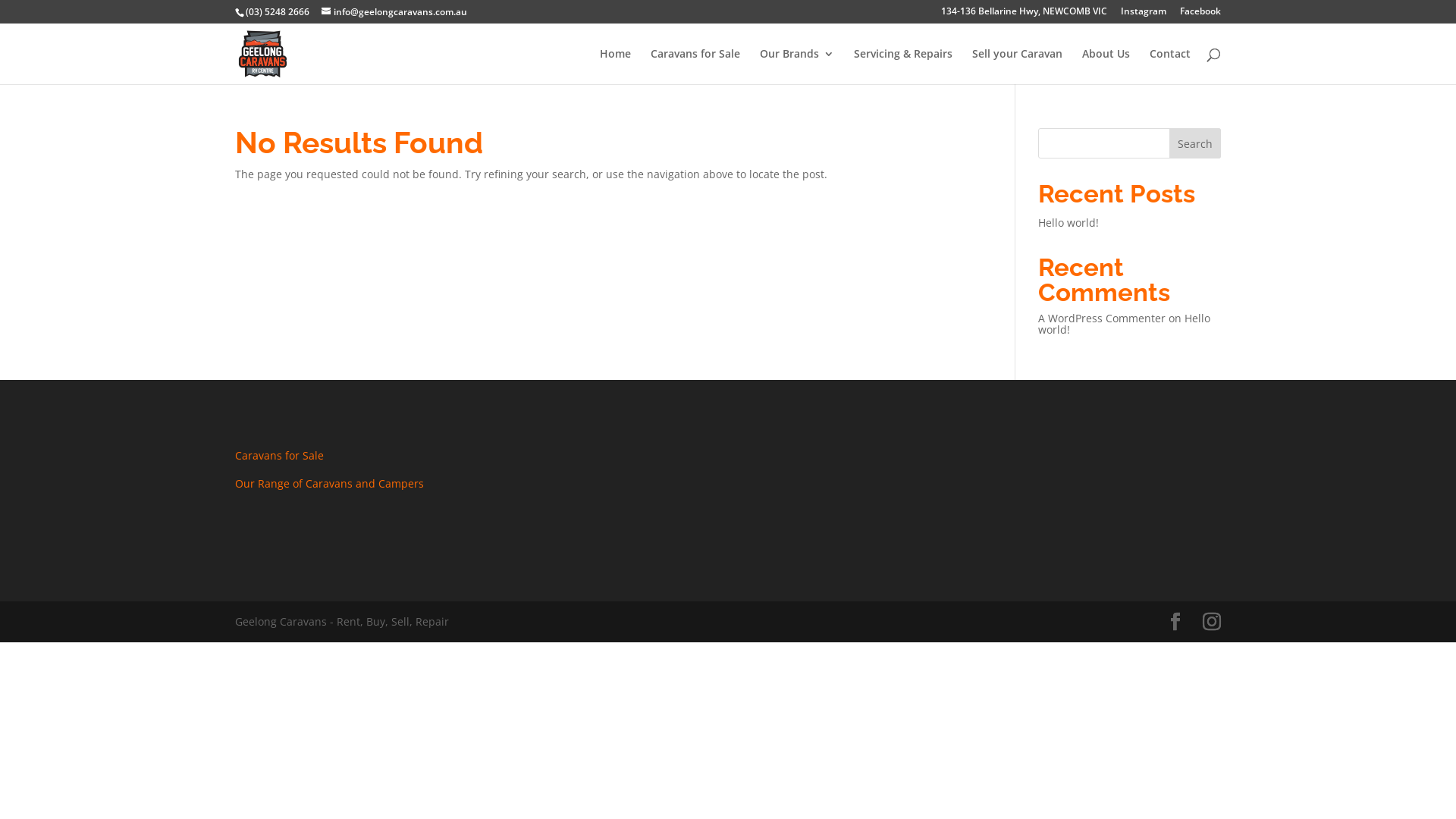 The width and height of the screenshot is (1456, 819). What do you see at coordinates (279, 454) in the screenshot?
I see `'Caravans for Sale'` at bounding box center [279, 454].